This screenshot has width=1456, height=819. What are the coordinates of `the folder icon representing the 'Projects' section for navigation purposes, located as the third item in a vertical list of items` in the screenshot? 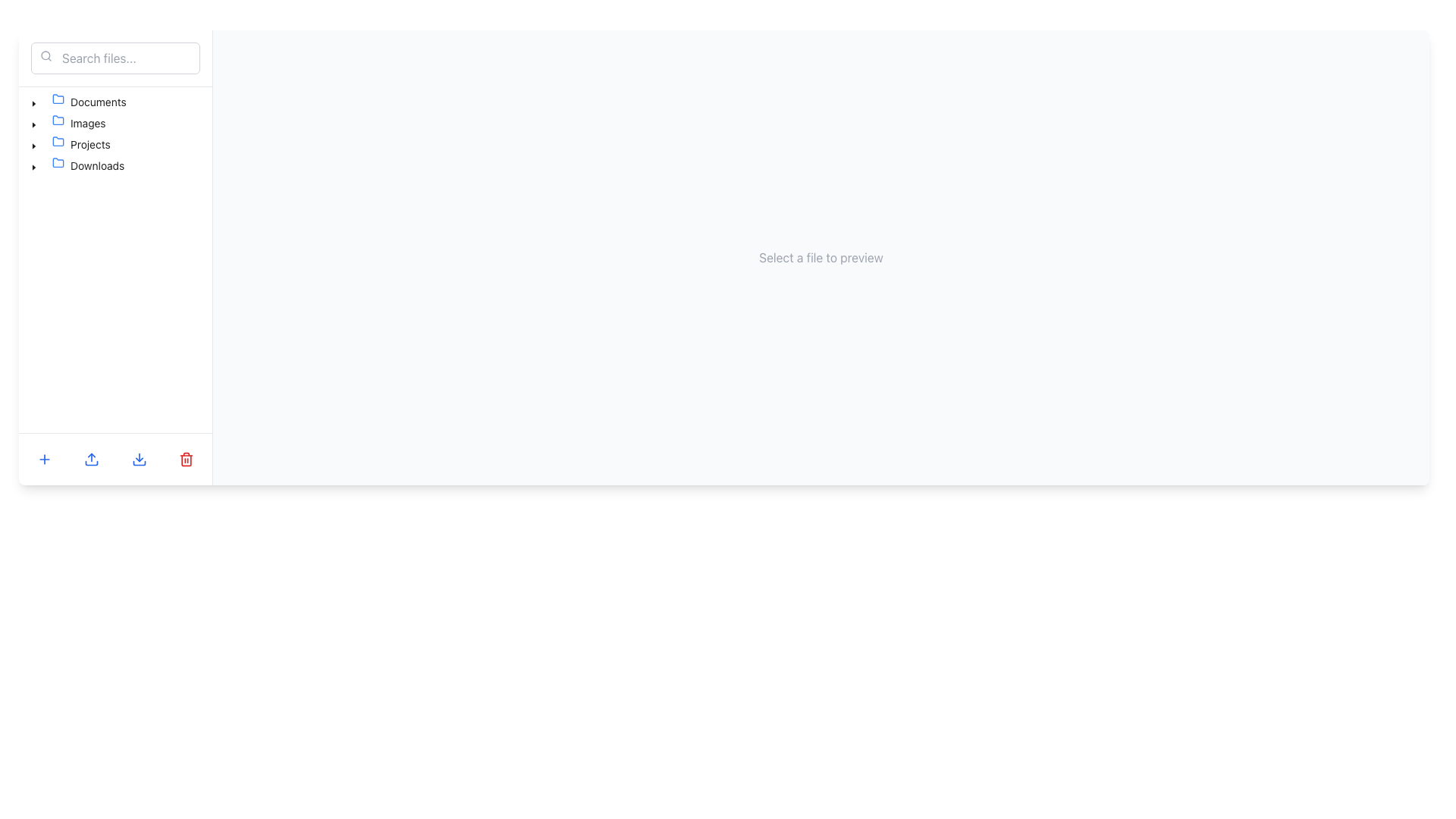 It's located at (58, 140).